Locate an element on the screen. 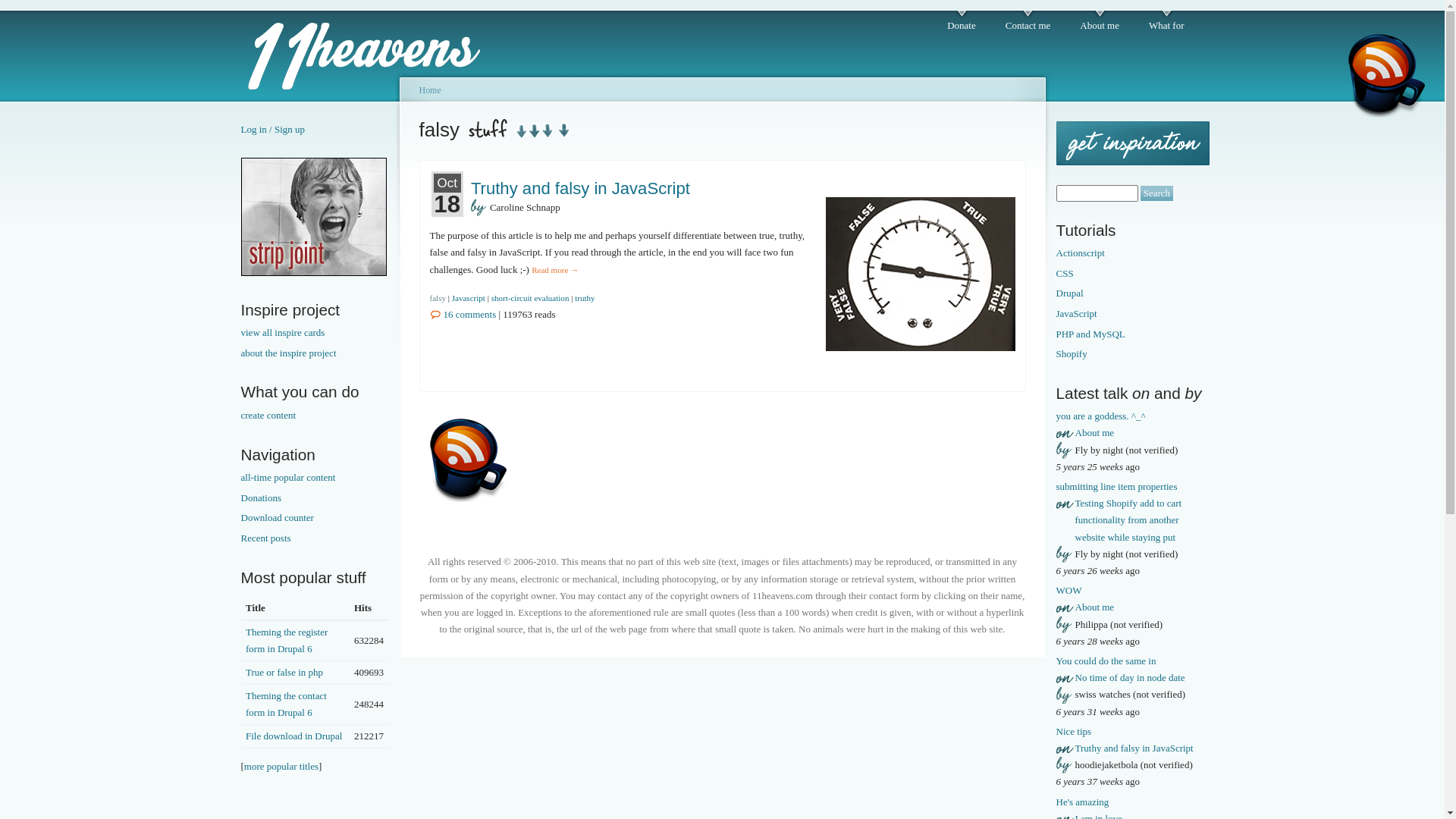 The width and height of the screenshot is (1456, 819). 'create content' is located at coordinates (314, 415).